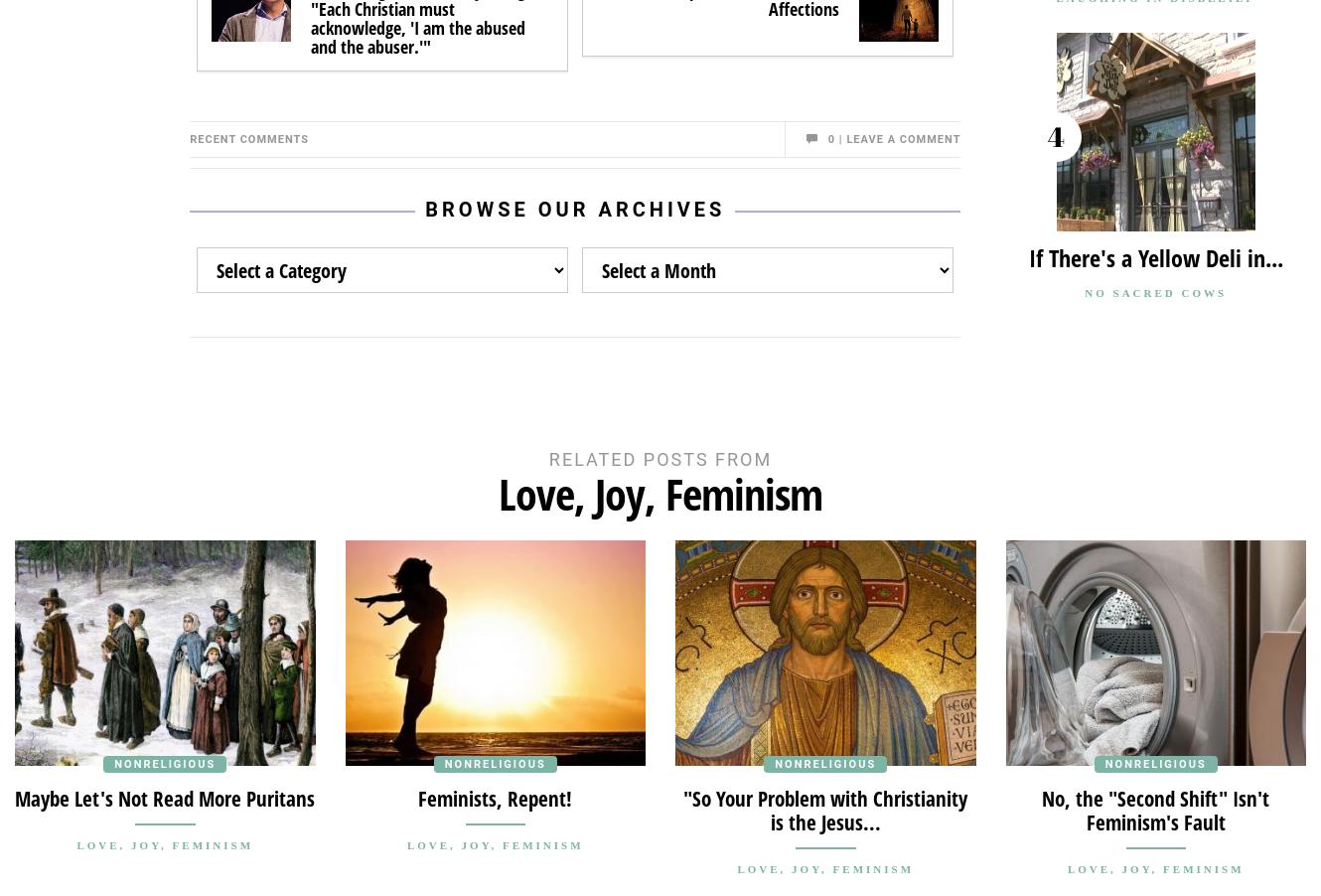 The width and height of the screenshot is (1321, 896). What do you see at coordinates (1154, 257) in the screenshot?
I see `'If There's a Yellow Deli in...'` at bounding box center [1154, 257].